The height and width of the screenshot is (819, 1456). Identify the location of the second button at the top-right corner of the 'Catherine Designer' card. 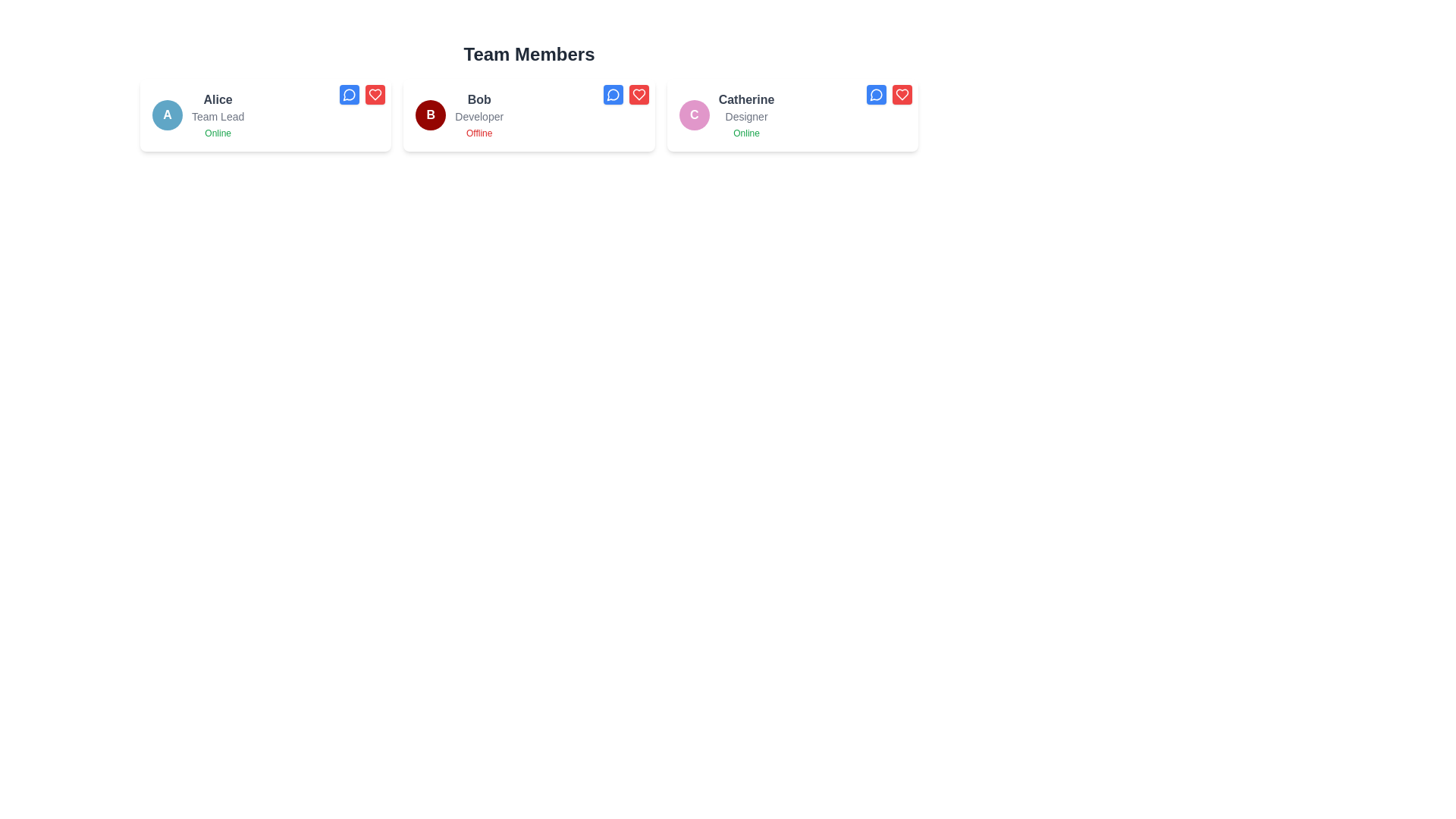
(902, 94).